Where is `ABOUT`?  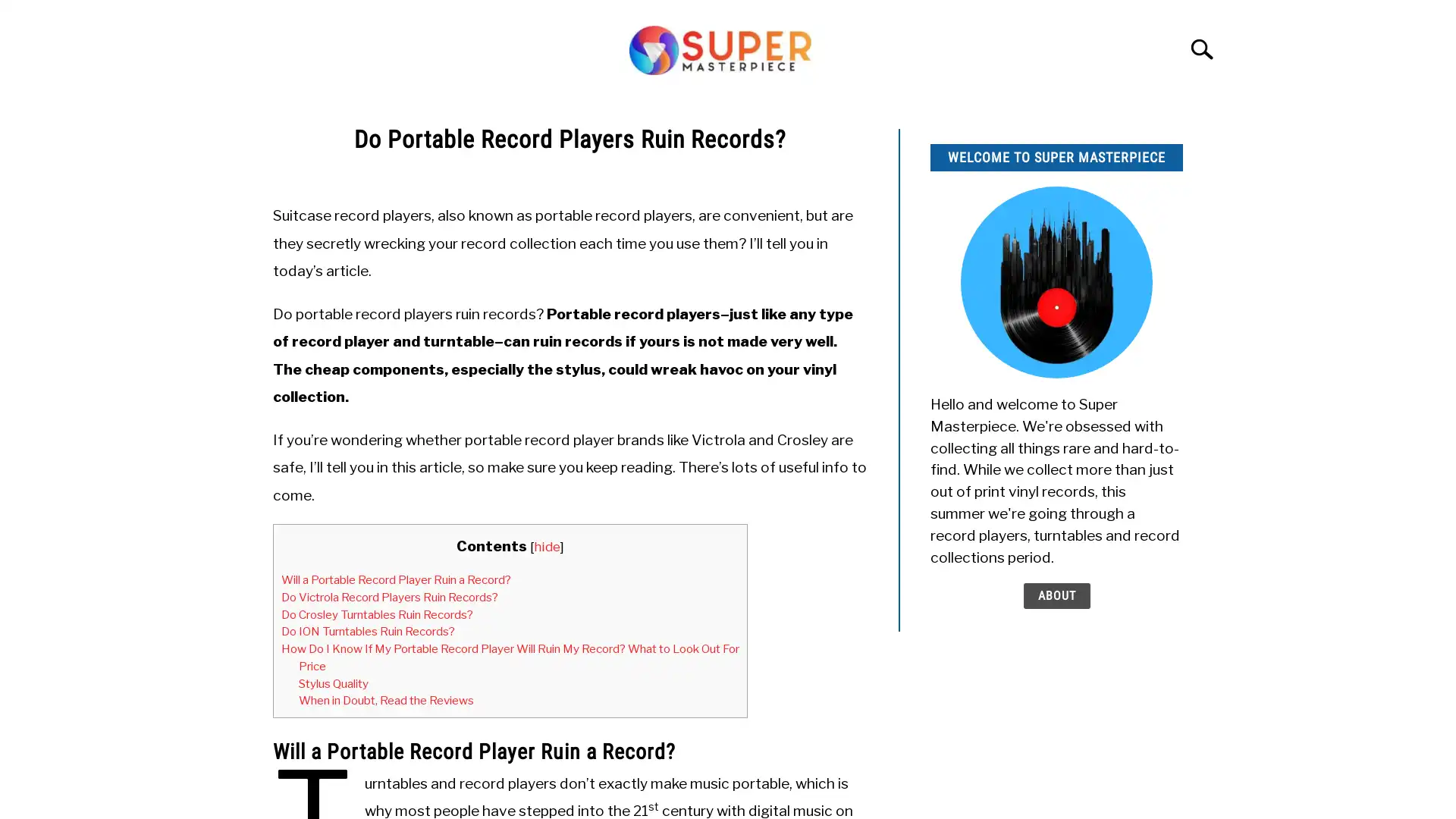 ABOUT is located at coordinates (1055, 595).